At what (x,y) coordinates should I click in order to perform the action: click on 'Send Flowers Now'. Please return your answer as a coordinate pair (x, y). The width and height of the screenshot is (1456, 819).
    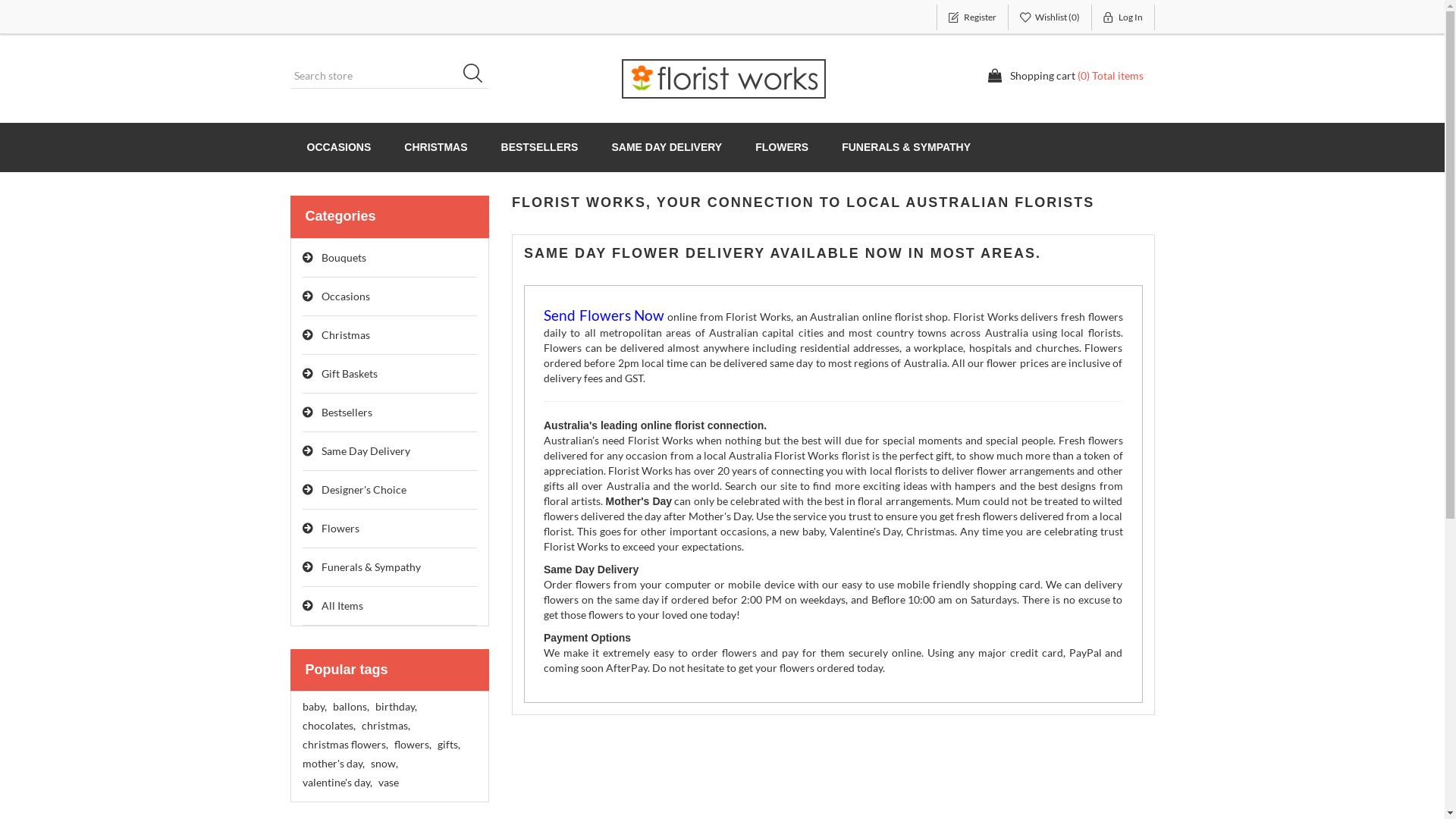
    Looking at the image, I should click on (603, 315).